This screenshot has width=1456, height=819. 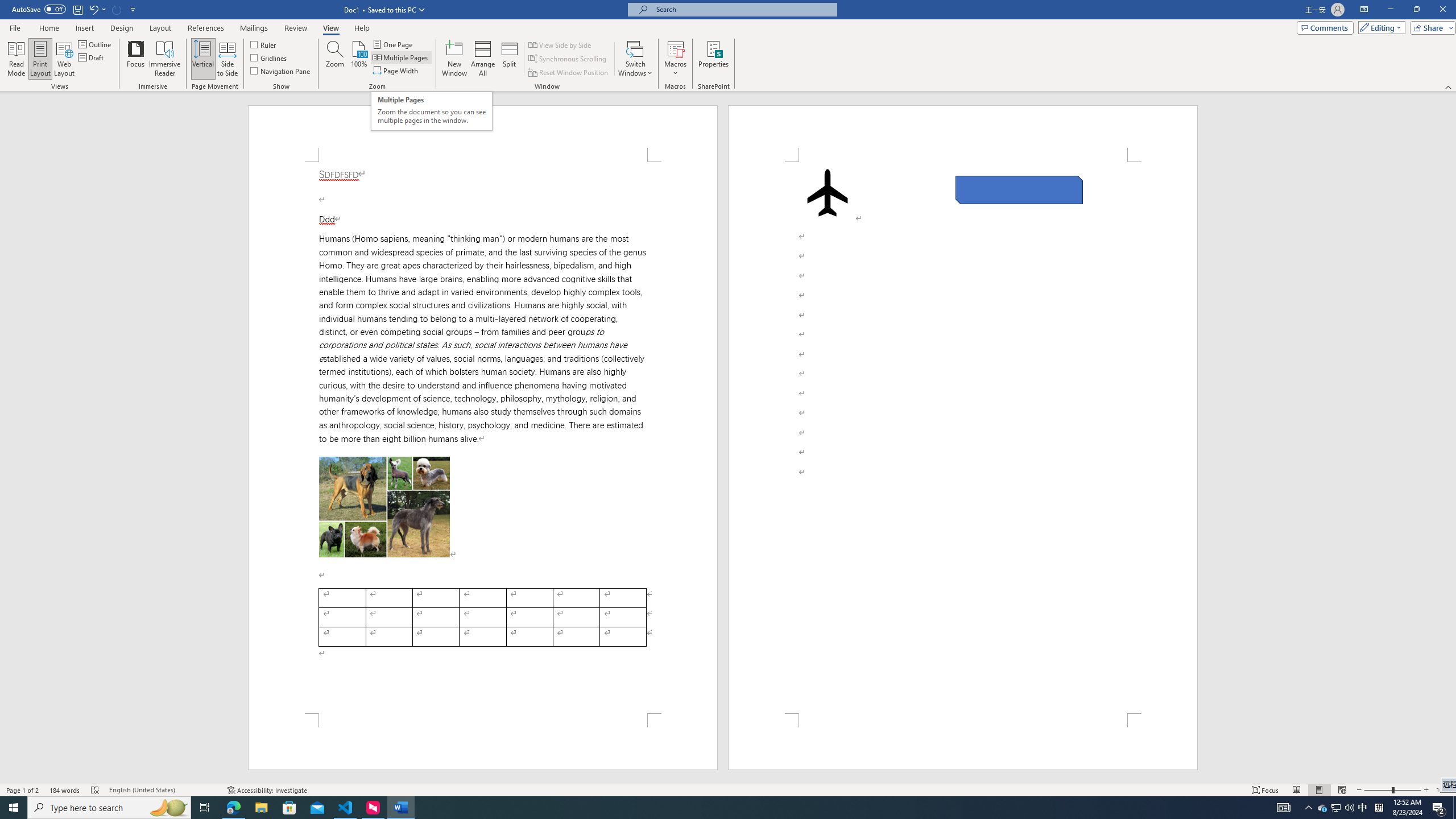 What do you see at coordinates (714, 59) in the screenshot?
I see `'Properties'` at bounding box center [714, 59].